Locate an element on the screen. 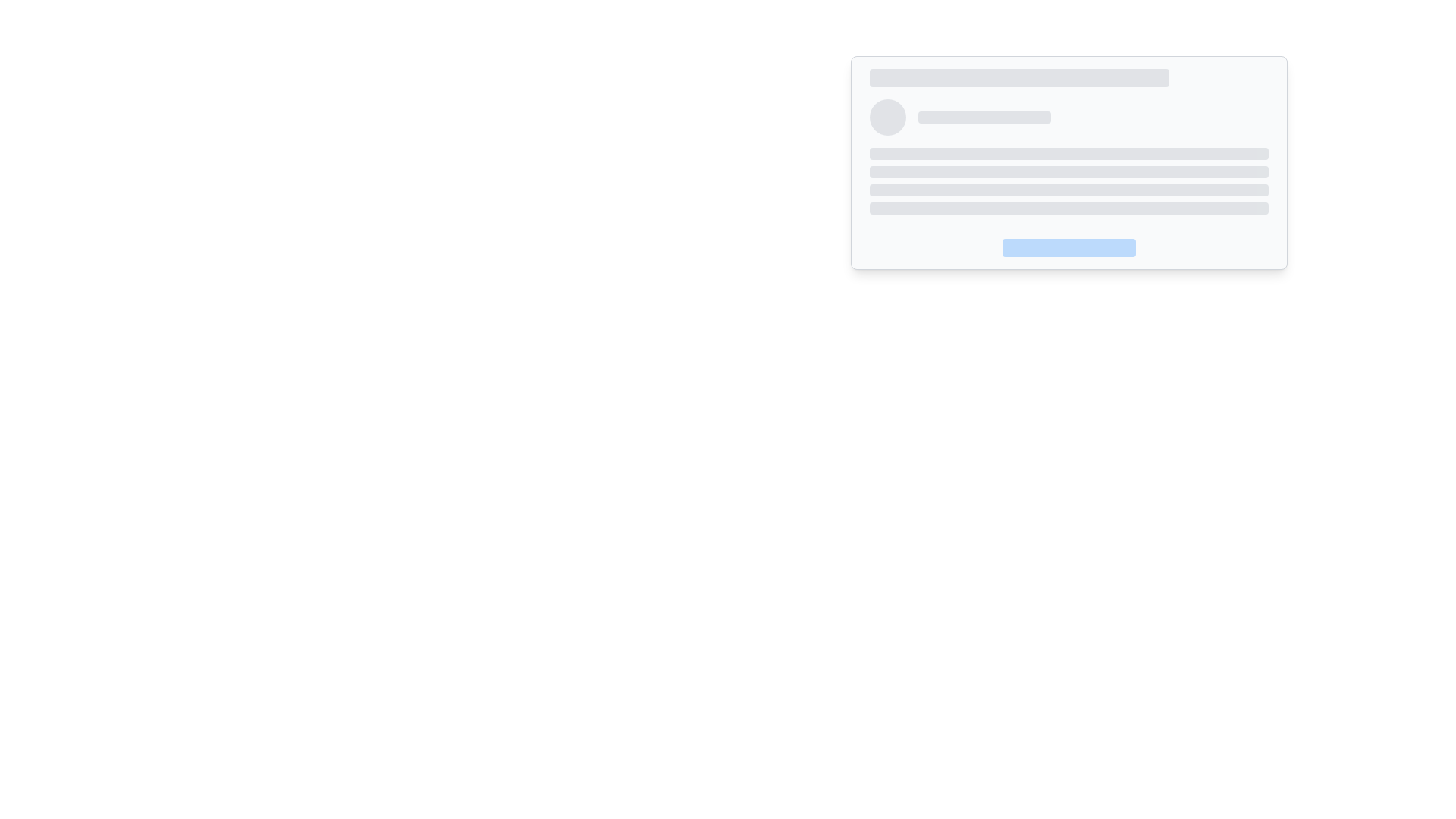 The image size is (1456, 819). the loading animation bar, which is the fourth element in a group of horizontal bars located at the bottom of a vertically stacked arrangement in the middle-right region of the interface is located at coordinates (1068, 208).